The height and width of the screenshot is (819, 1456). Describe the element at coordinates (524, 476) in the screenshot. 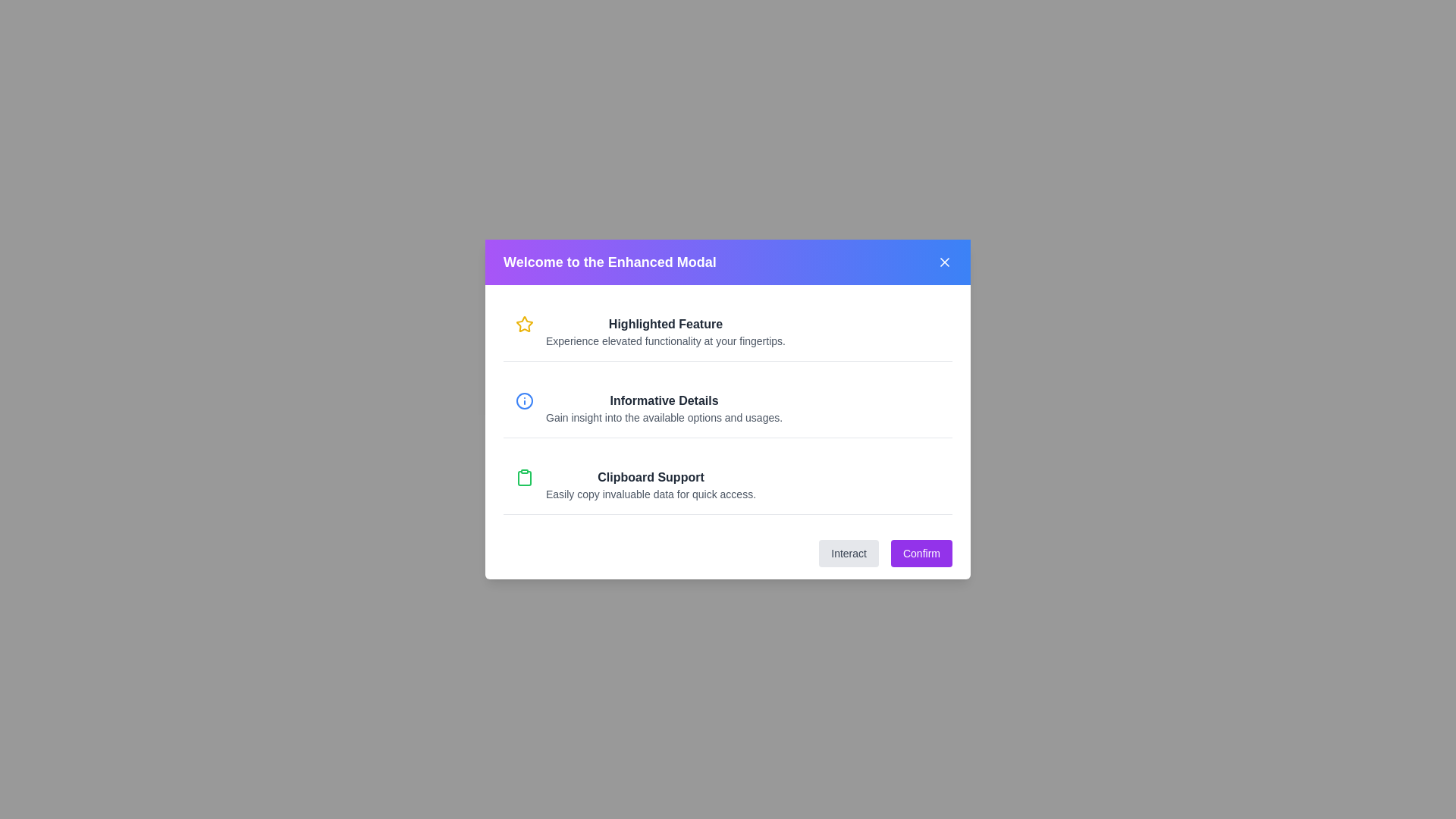

I see `the clipboard icon located above the descriptive text 'Easily copy invaluable data for quick access.' in the layout for visual cues` at that location.